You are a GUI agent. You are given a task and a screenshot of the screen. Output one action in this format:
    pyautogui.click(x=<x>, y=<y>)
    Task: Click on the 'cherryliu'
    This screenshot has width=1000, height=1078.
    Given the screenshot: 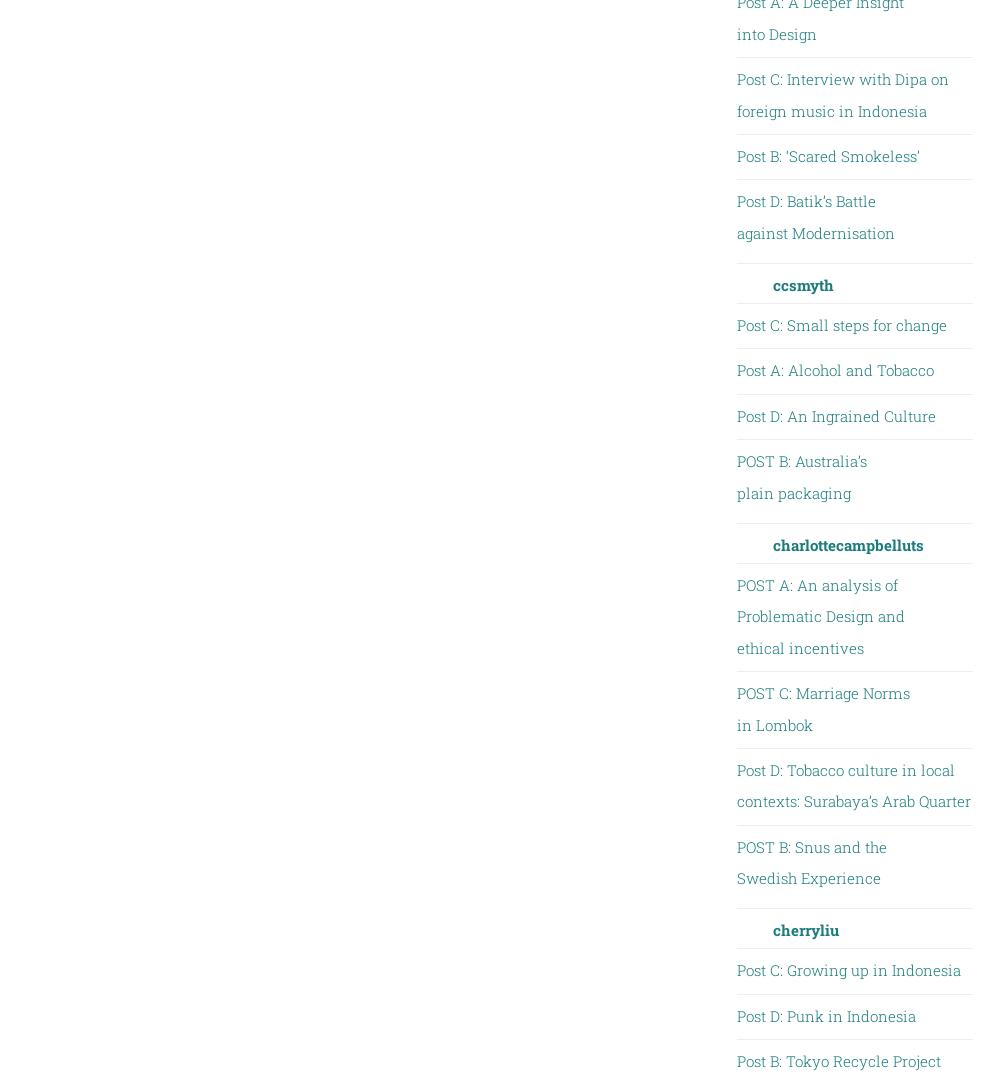 What is the action you would take?
    pyautogui.click(x=805, y=928)
    